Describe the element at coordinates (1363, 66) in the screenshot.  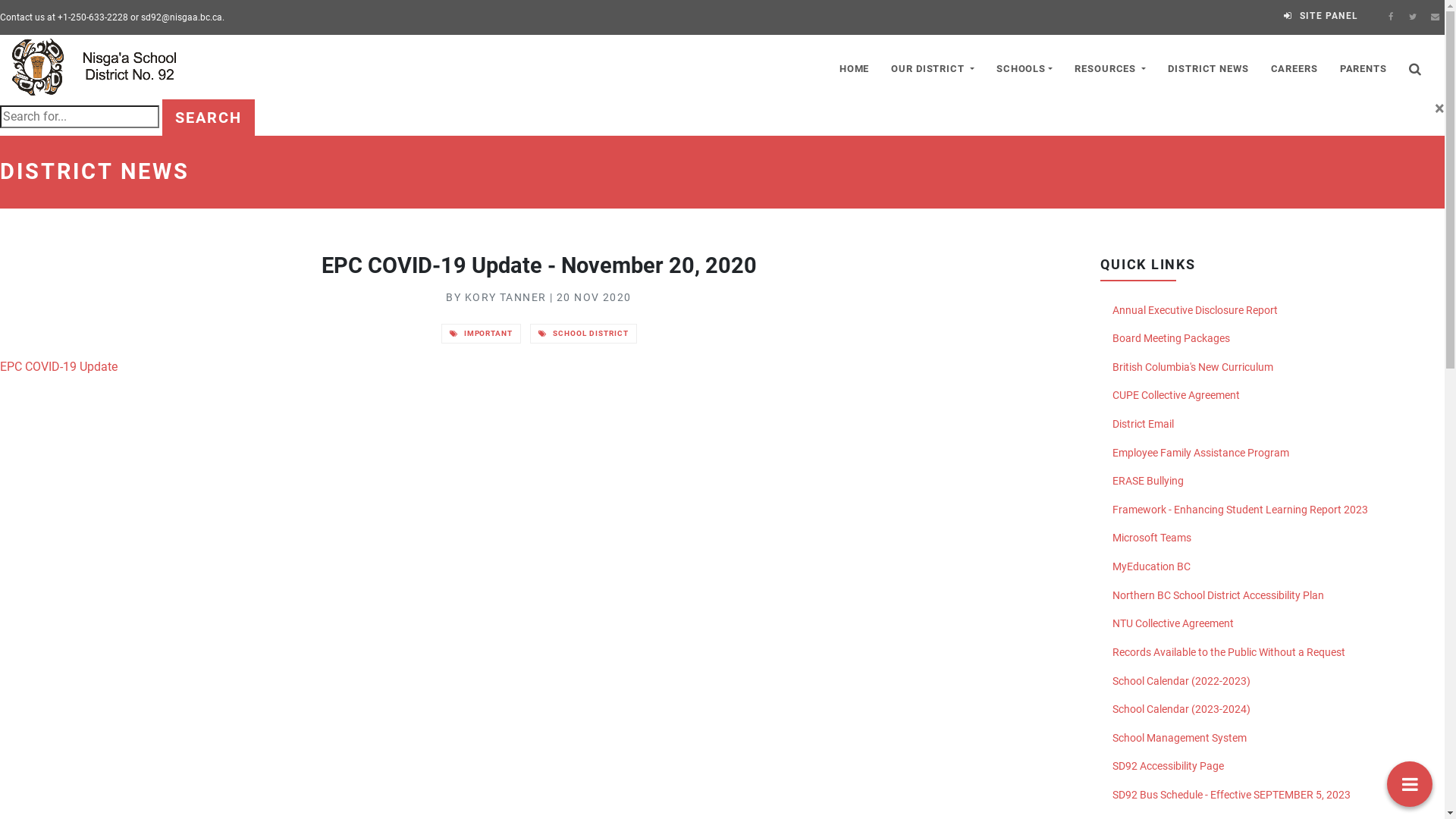
I see `'PARENTS'` at that location.